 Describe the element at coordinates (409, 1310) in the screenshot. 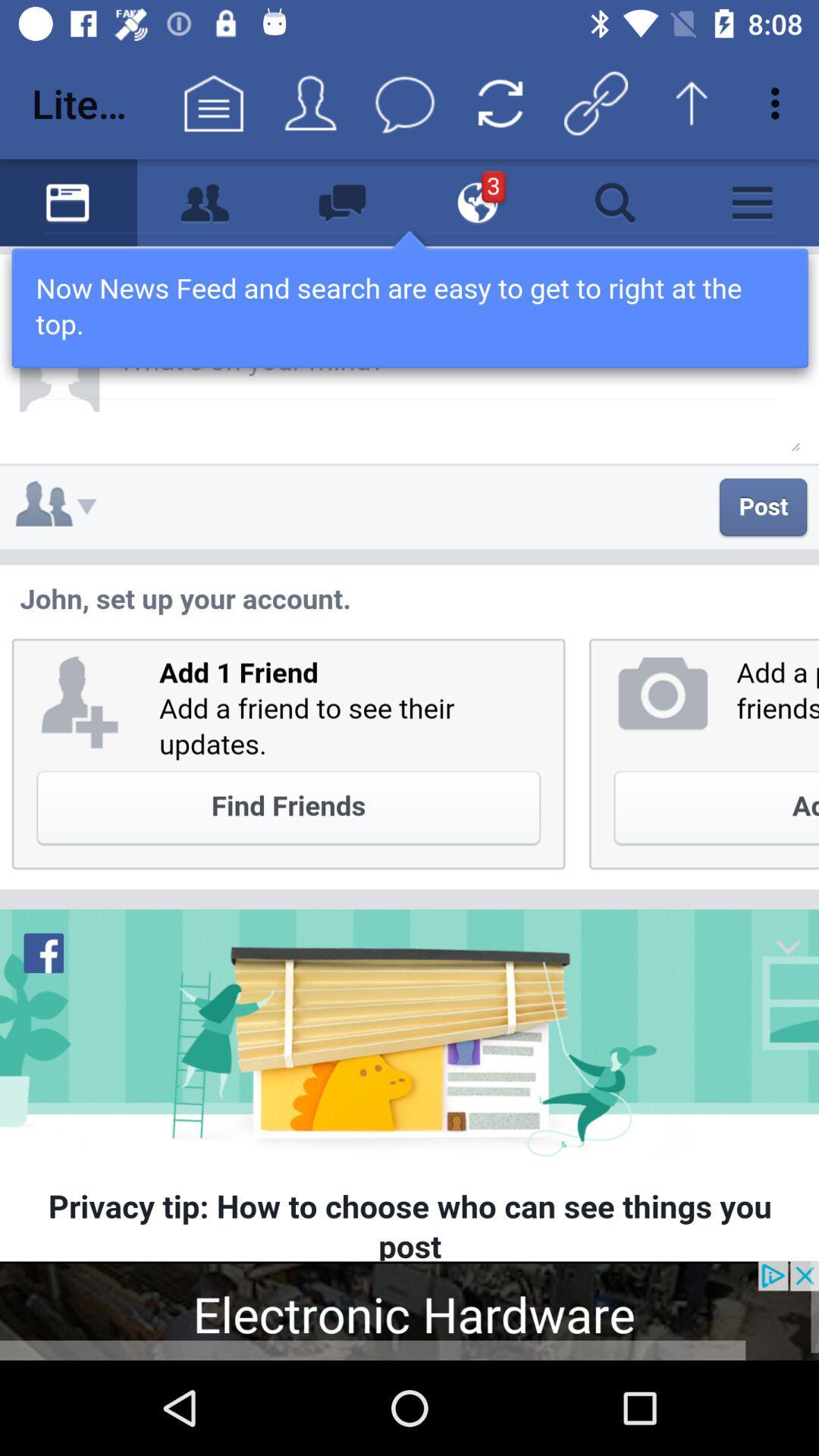

I see `advertisement electronic hardware` at that location.